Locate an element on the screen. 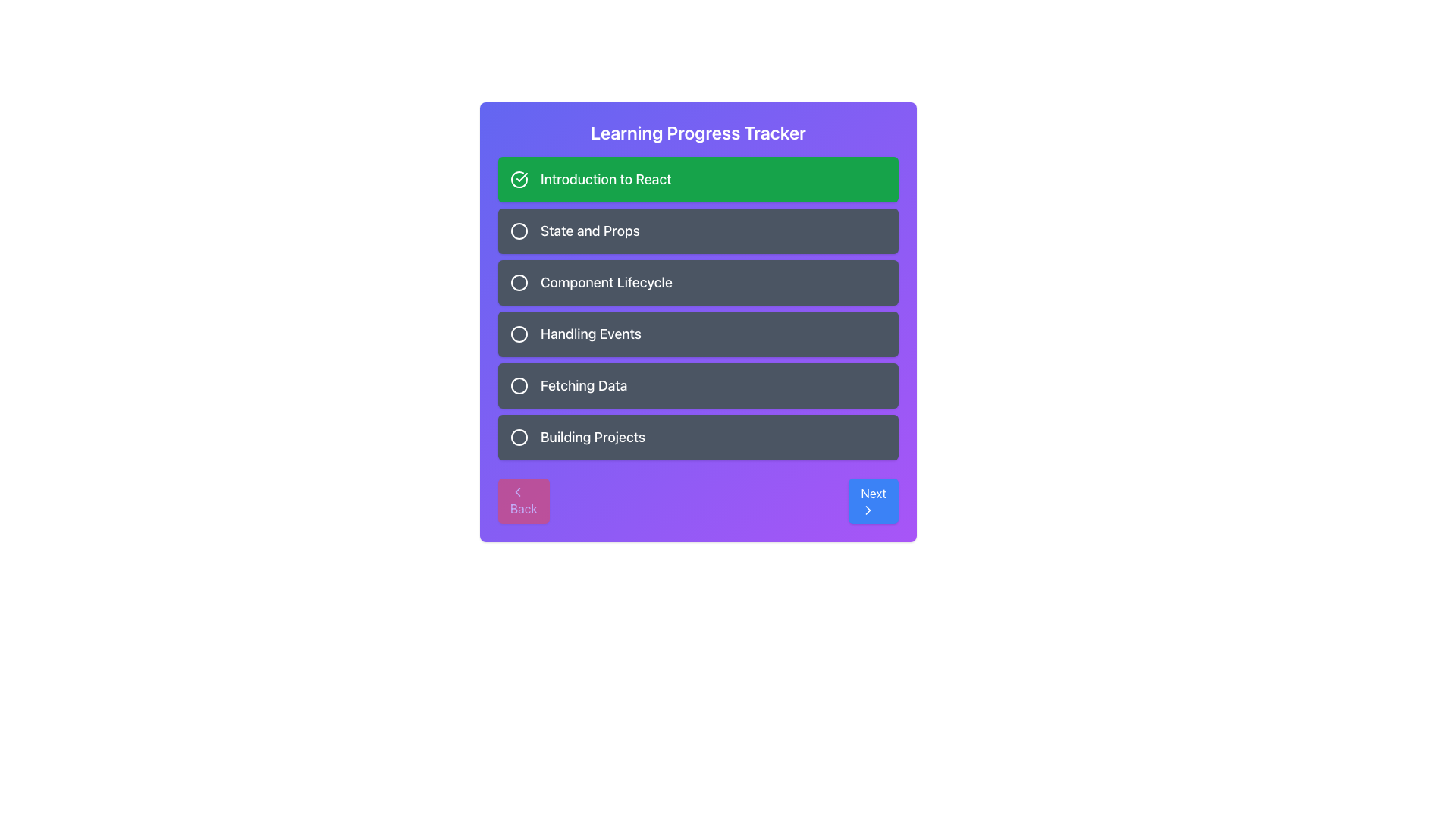 The image size is (1456, 819). the radio button marker for the list item 'Fetching Data' is located at coordinates (519, 385).